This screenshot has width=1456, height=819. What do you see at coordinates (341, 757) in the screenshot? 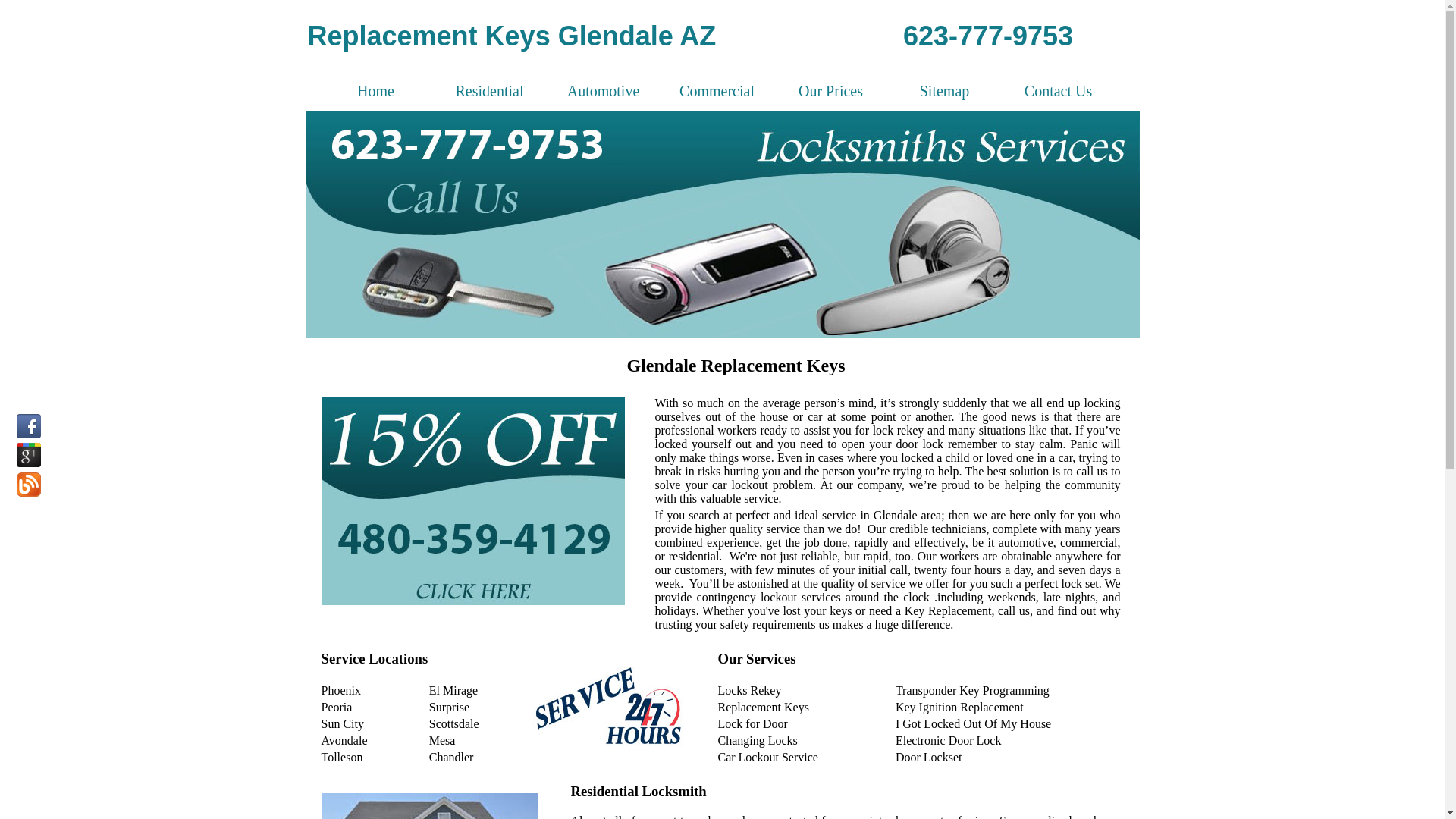
I see `'Tolleson'` at bounding box center [341, 757].